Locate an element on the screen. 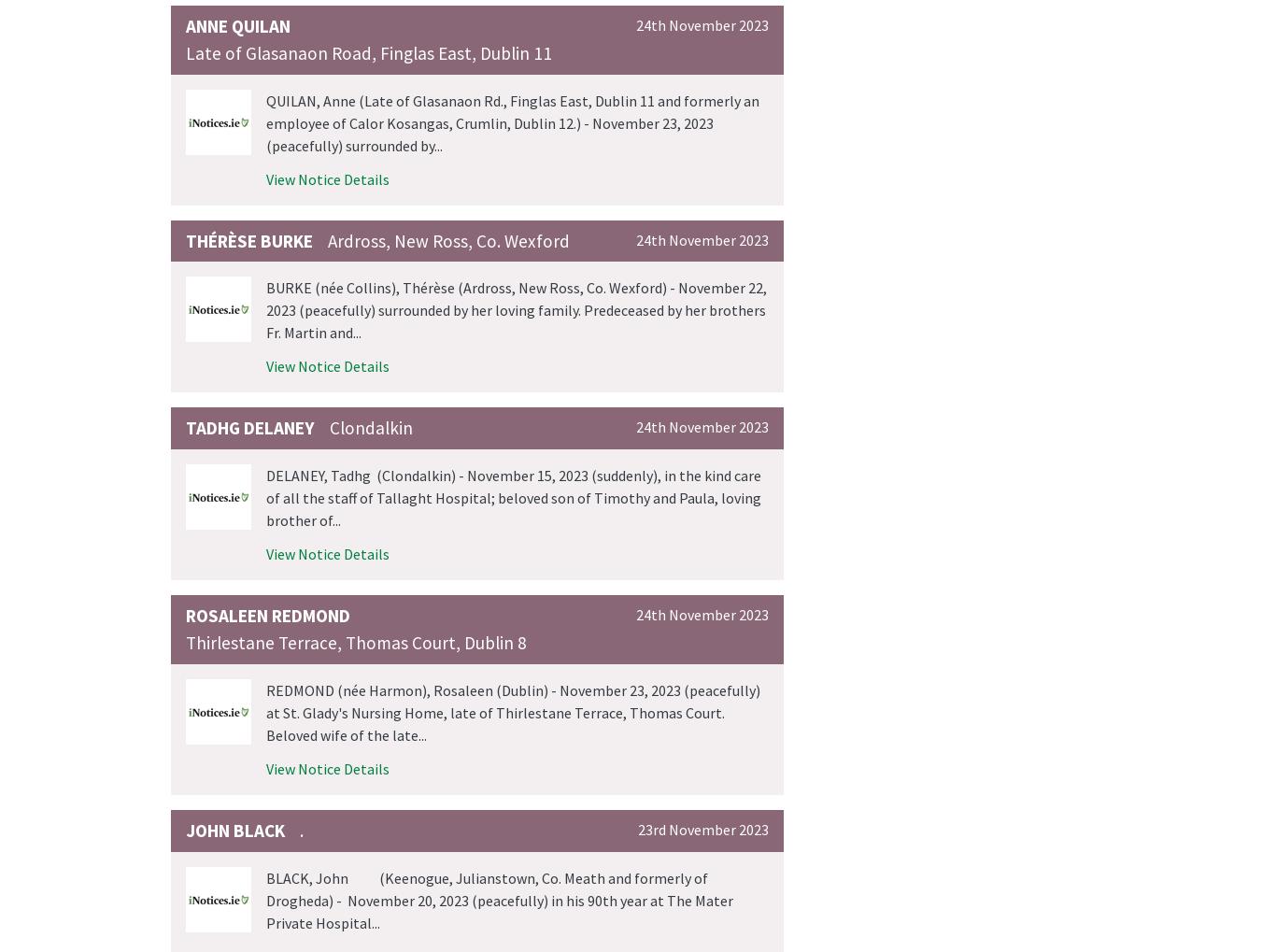  'Thirlestane Terrace, Thomas Court, Dublin 8' is located at coordinates (355, 641).